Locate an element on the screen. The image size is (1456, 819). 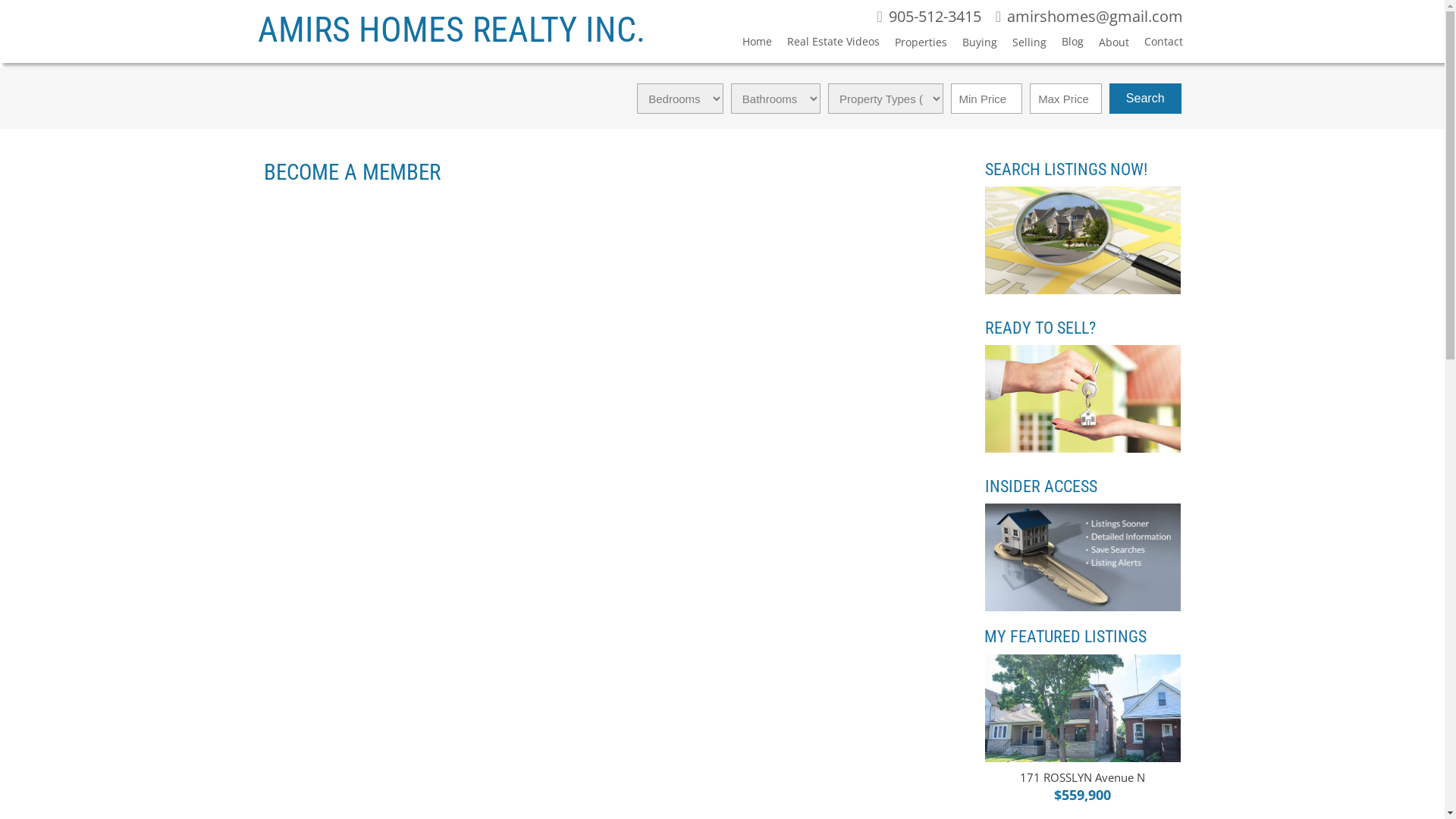
'About' is located at coordinates (1106, 44).